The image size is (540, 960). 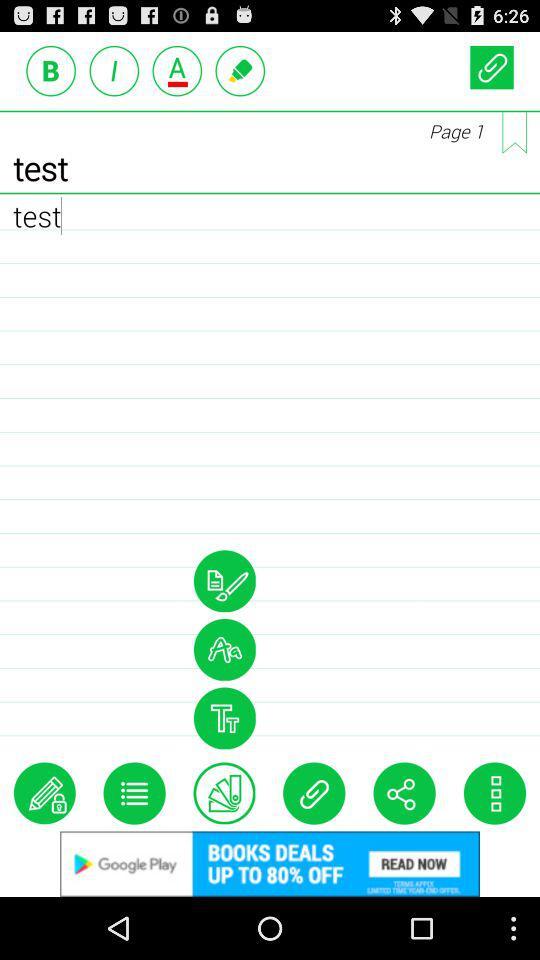 What do you see at coordinates (514, 131) in the screenshot?
I see `multiple notebooks for every subject and avoid messing up your notes` at bounding box center [514, 131].